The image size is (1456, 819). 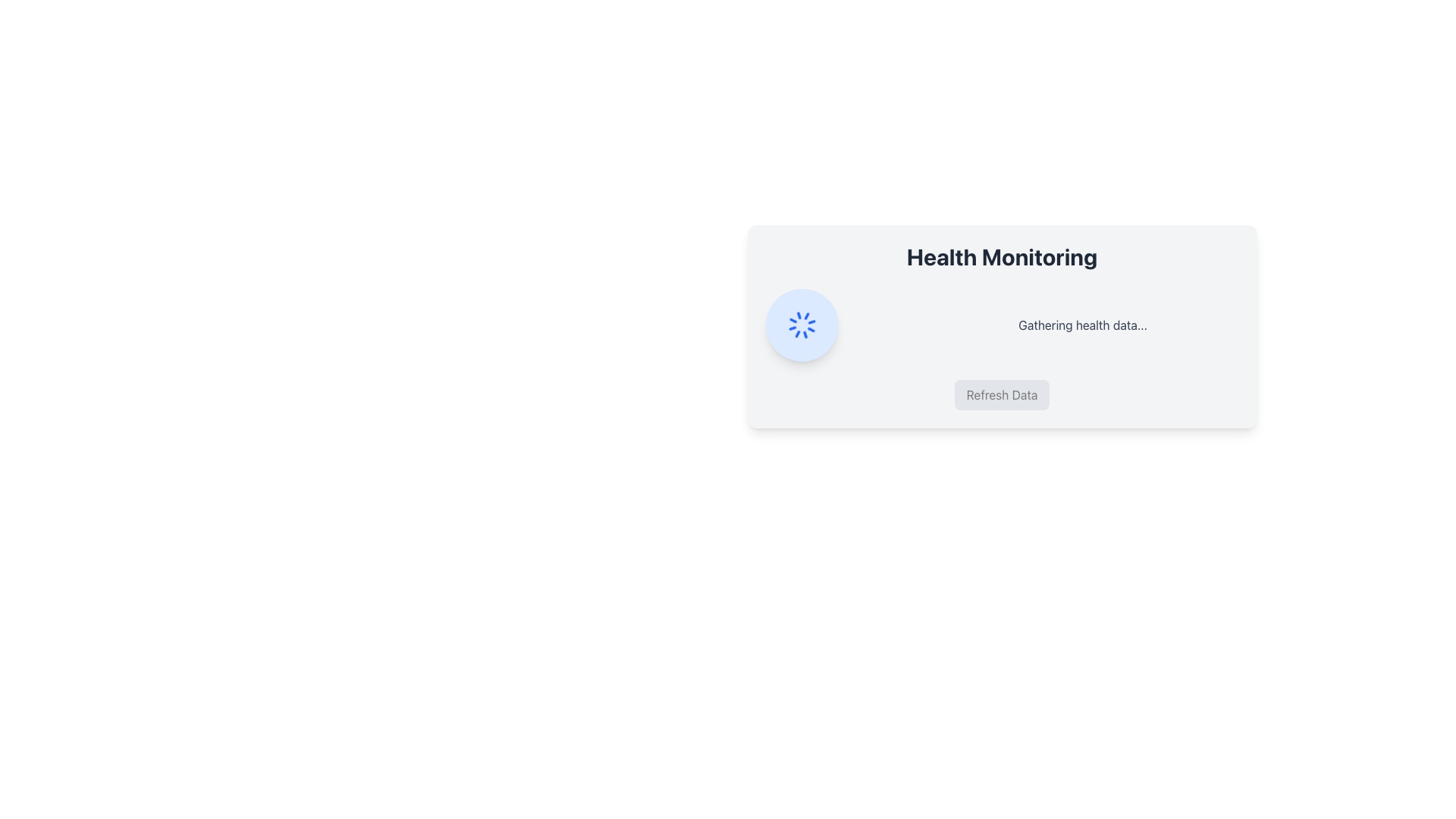 What do you see at coordinates (801, 324) in the screenshot?
I see `the loading spinner, which is a circular component with a light blue background and a centered spinning icon, located on the left side above the 'Gathering health data...' text` at bounding box center [801, 324].